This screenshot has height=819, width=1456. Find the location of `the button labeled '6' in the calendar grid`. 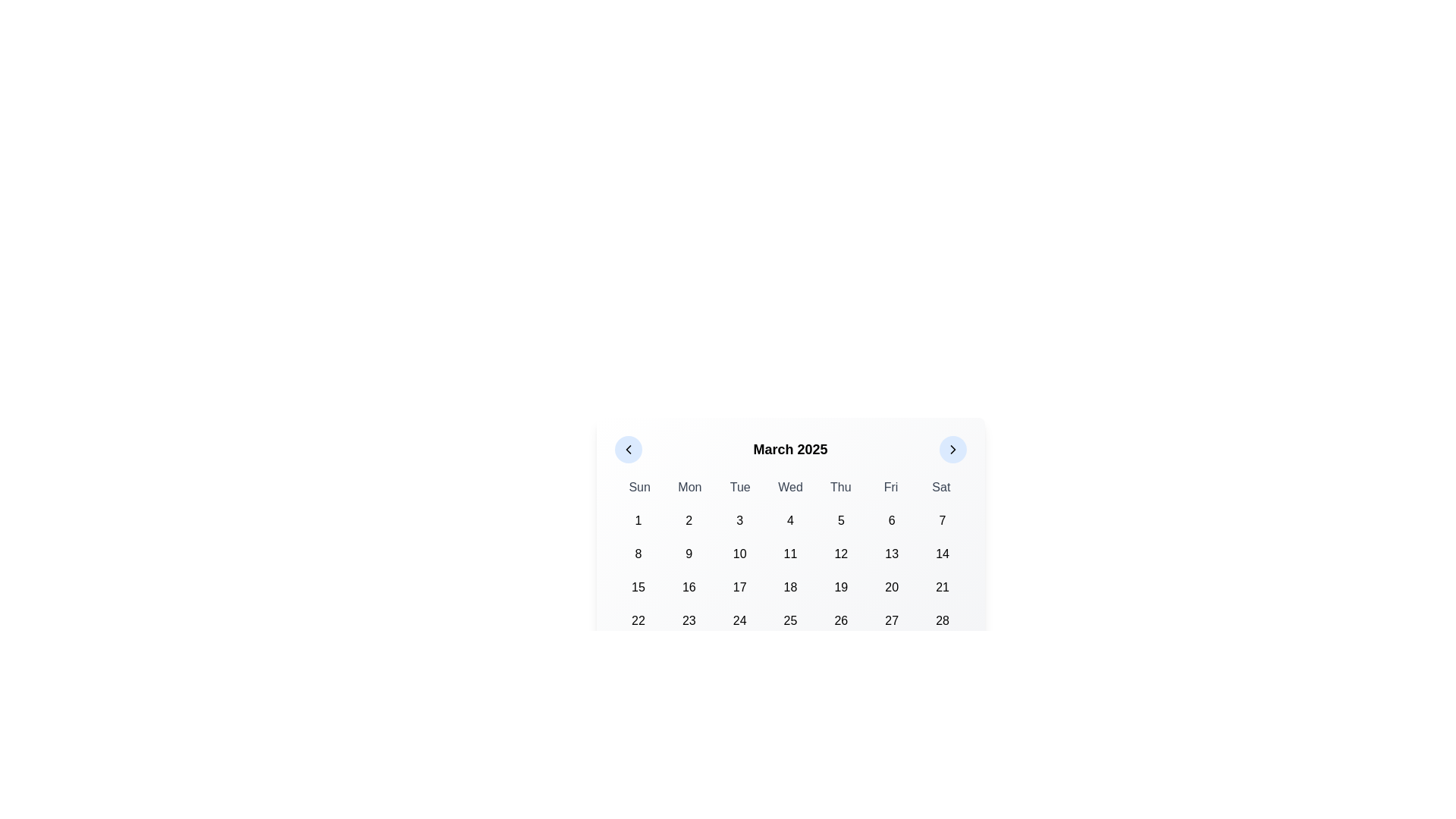

the button labeled '6' in the calendar grid is located at coordinates (892, 519).